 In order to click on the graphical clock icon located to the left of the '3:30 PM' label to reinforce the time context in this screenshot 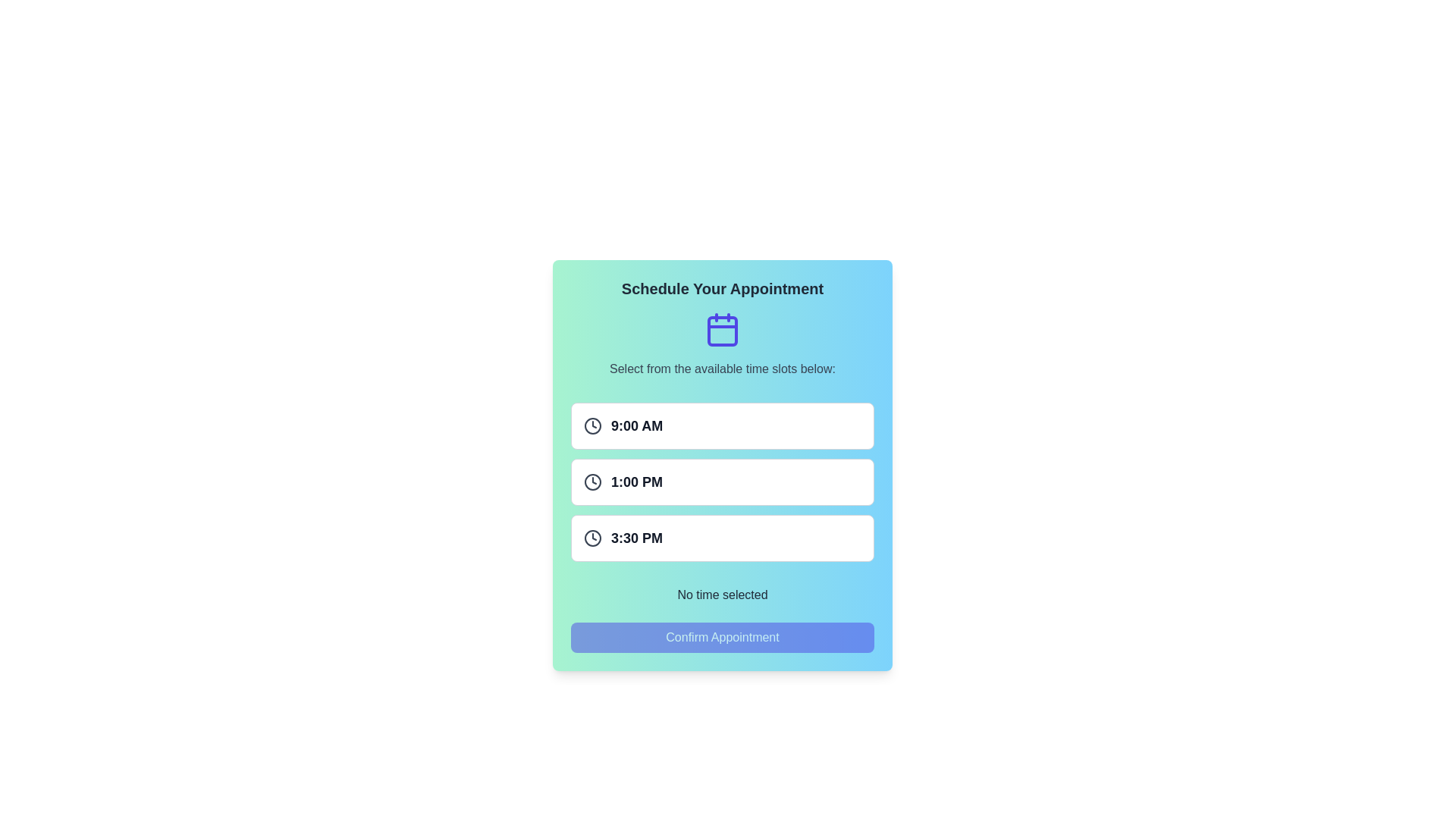, I will do `click(592, 537)`.